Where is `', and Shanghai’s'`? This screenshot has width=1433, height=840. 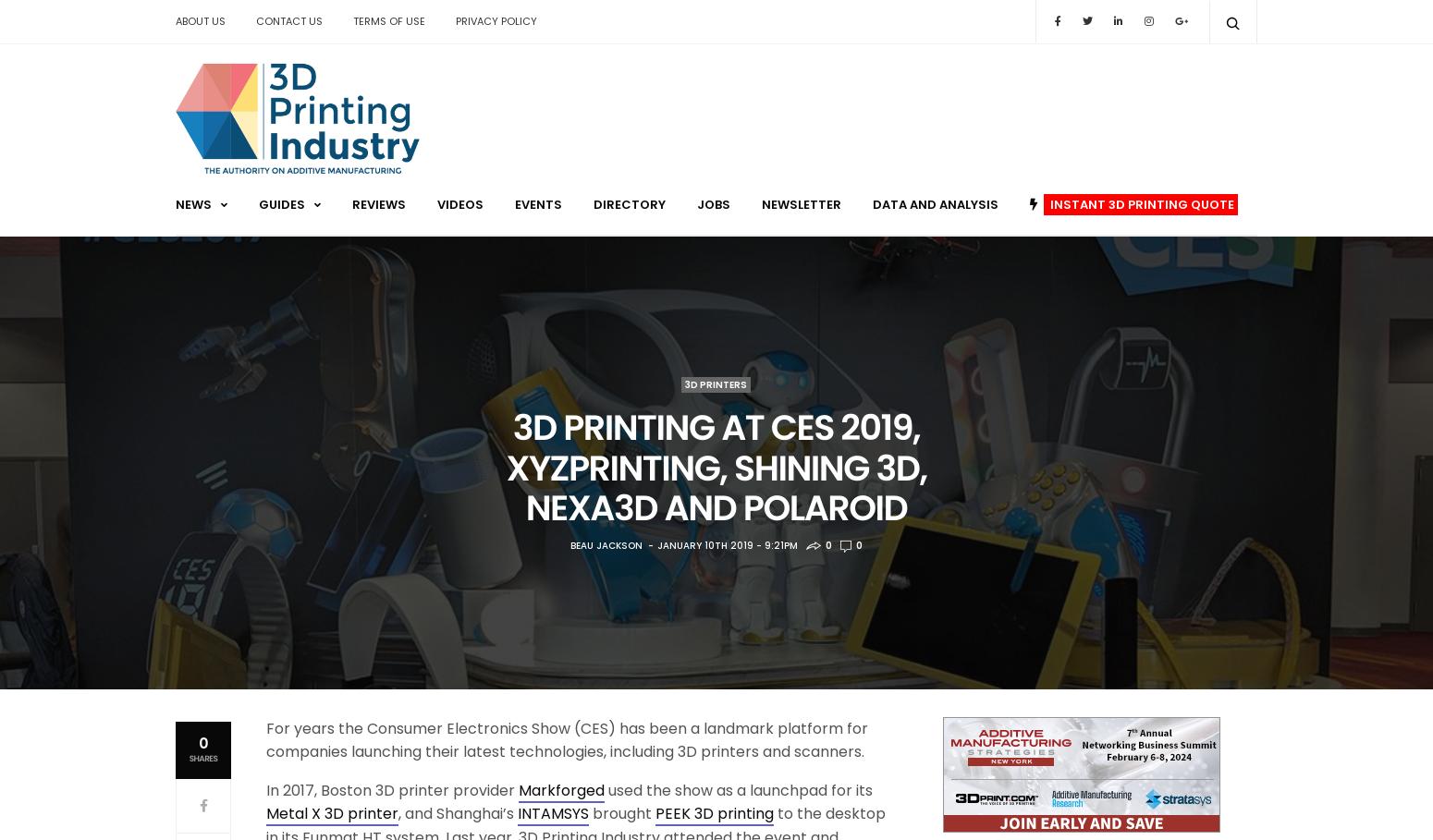
', and Shanghai’s' is located at coordinates (457, 813).